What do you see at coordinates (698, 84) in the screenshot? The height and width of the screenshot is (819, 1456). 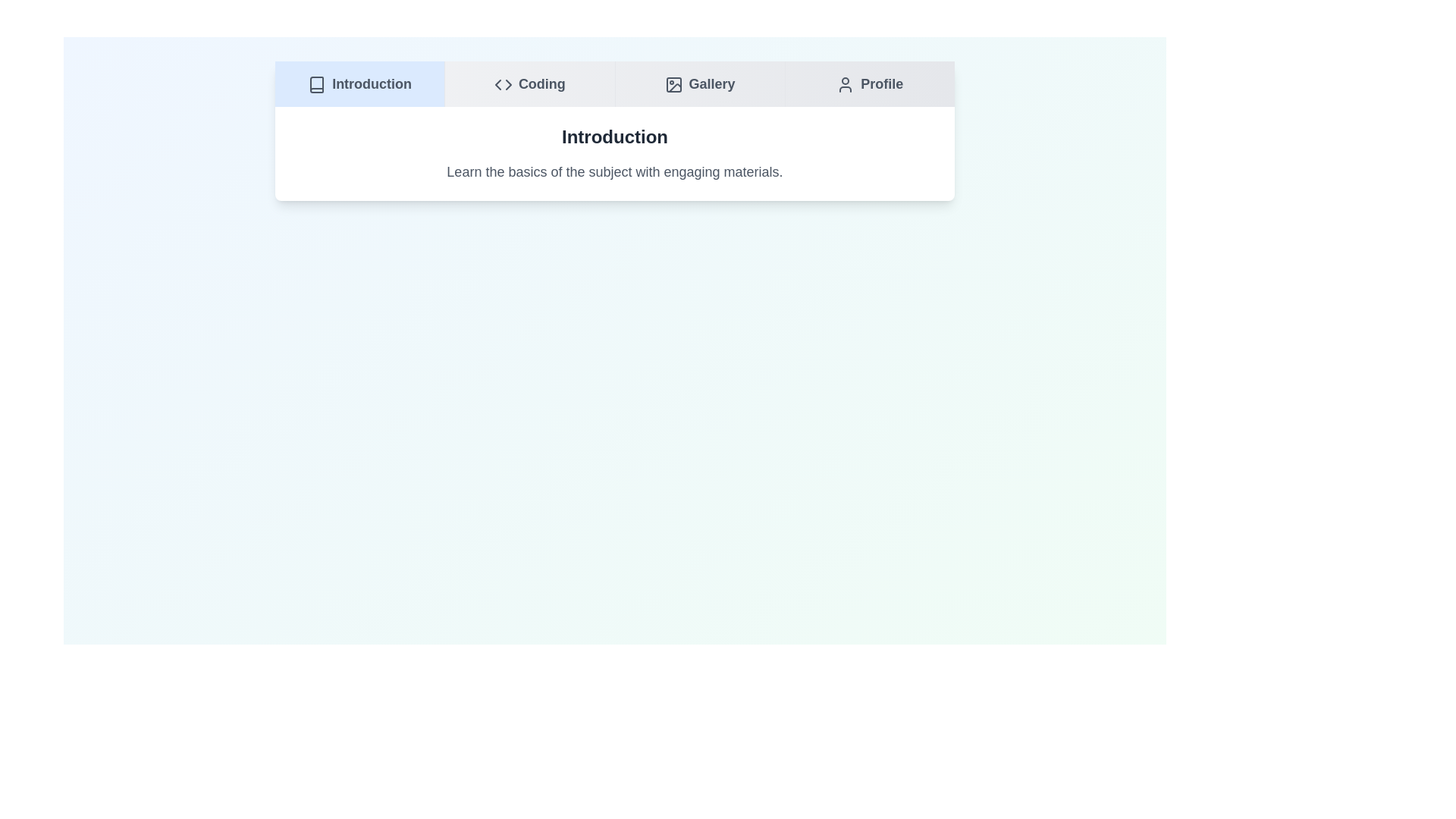 I see `the Gallery tab to navigate to it` at bounding box center [698, 84].